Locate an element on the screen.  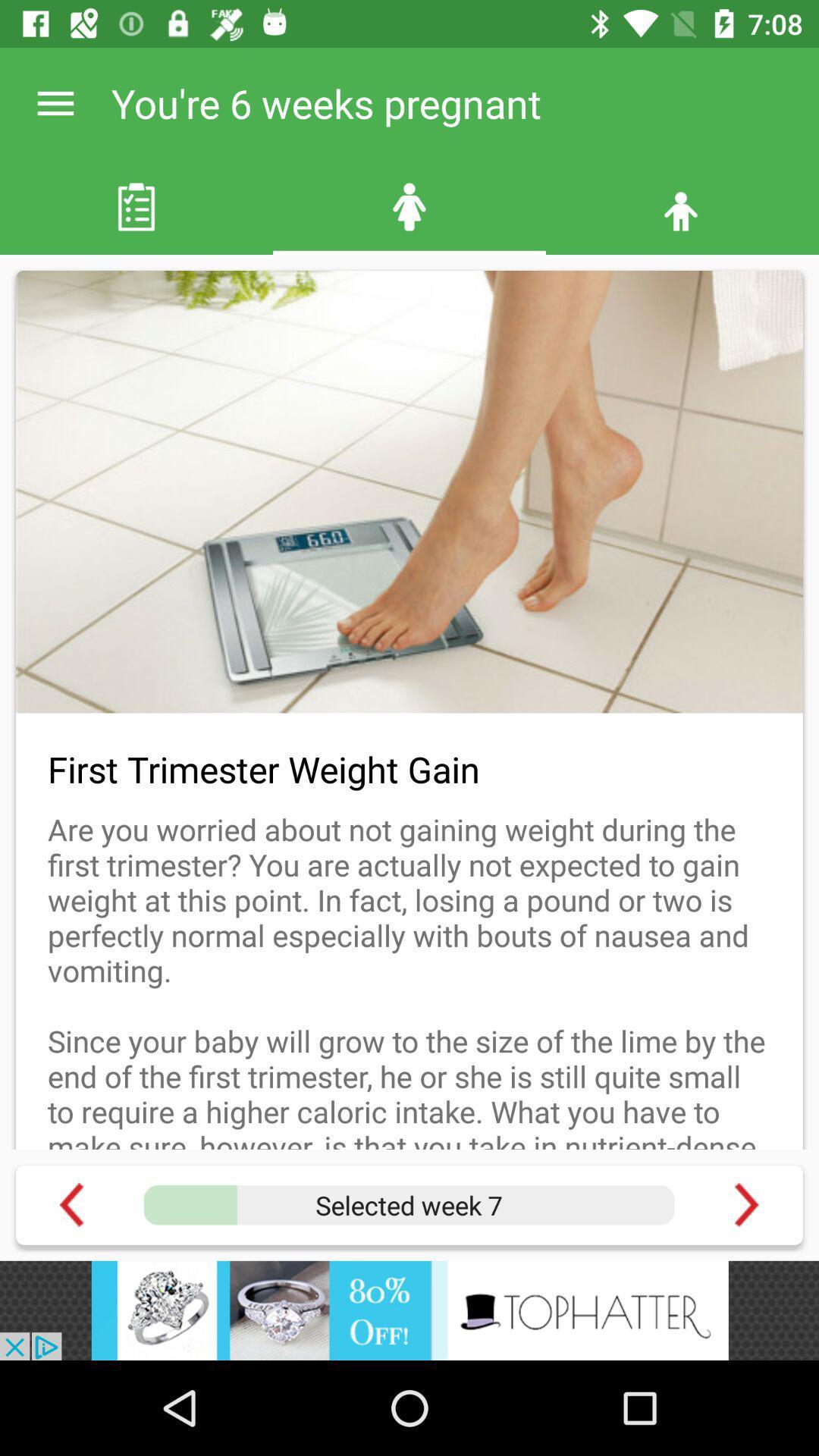
go back is located at coordinates (71, 1204).